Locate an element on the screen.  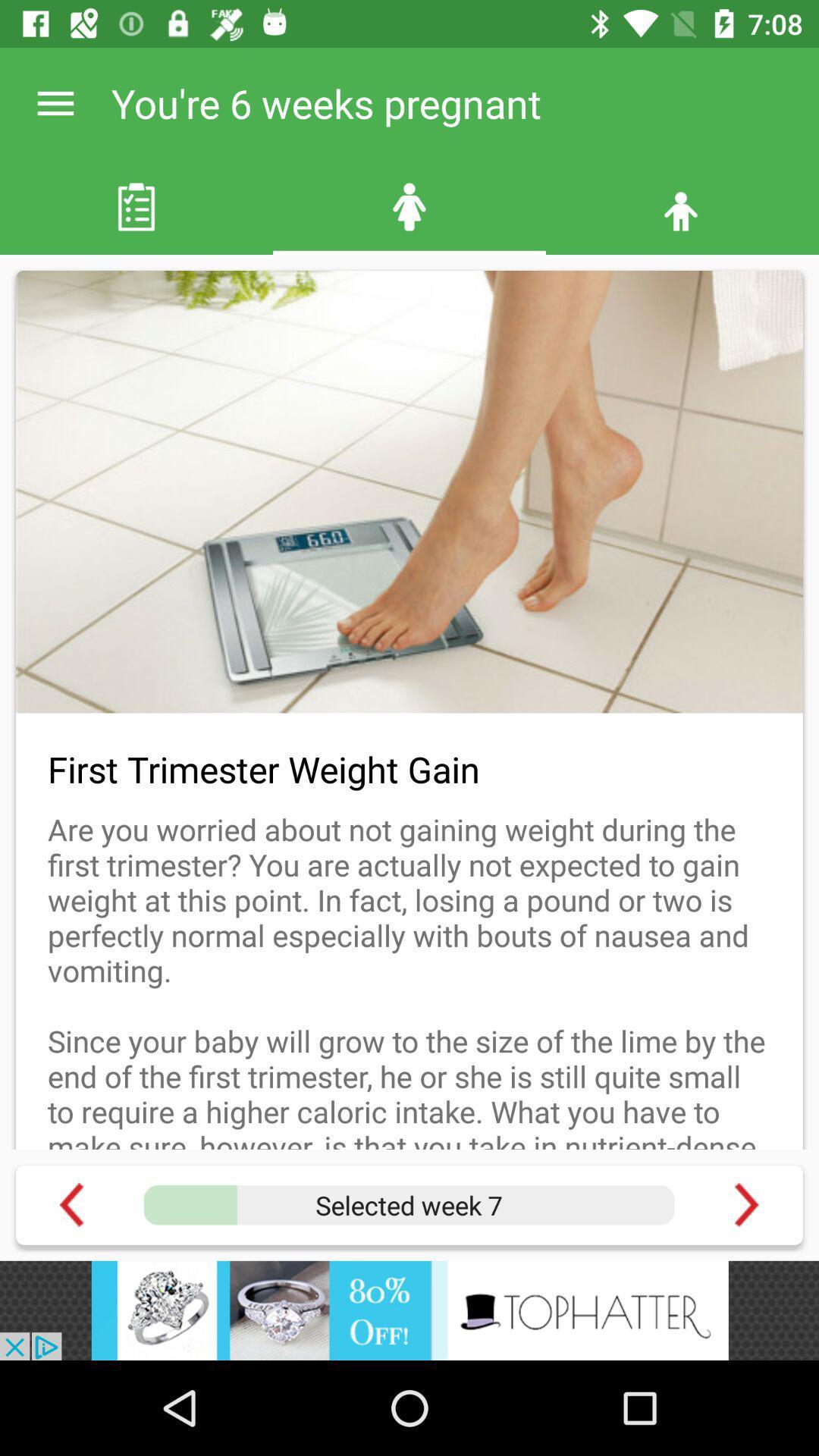
go back is located at coordinates (71, 1204).